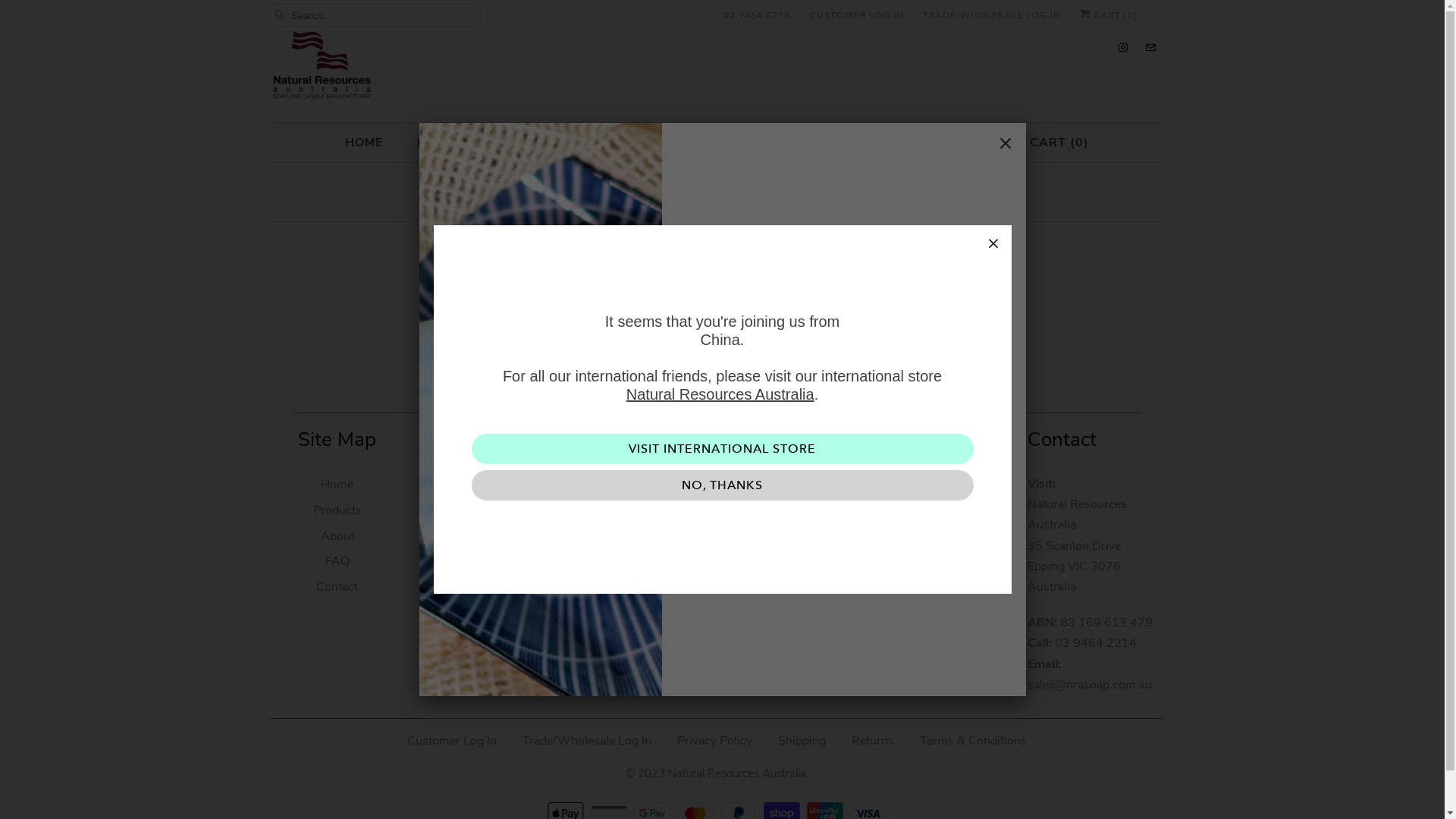  What do you see at coordinates (722, 485) in the screenshot?
I see `'NO, THANKS'` at bounding box center [722, 485].